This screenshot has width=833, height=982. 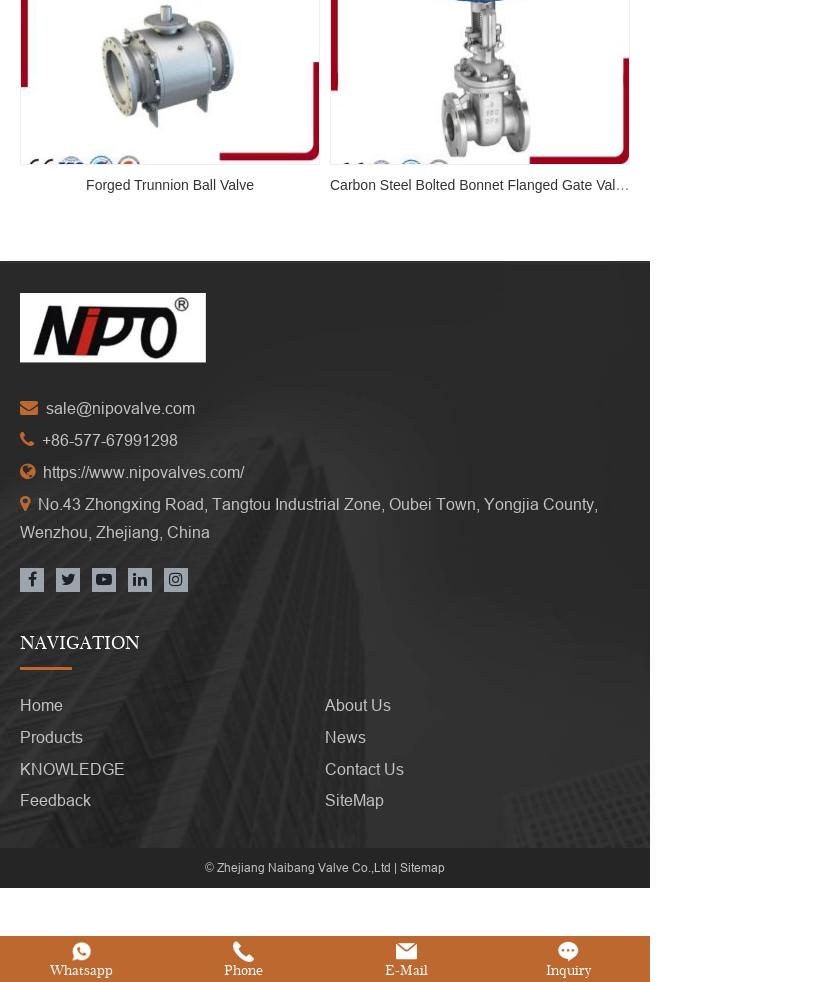 I want to click on 'Products', so click(x=51, y=735).